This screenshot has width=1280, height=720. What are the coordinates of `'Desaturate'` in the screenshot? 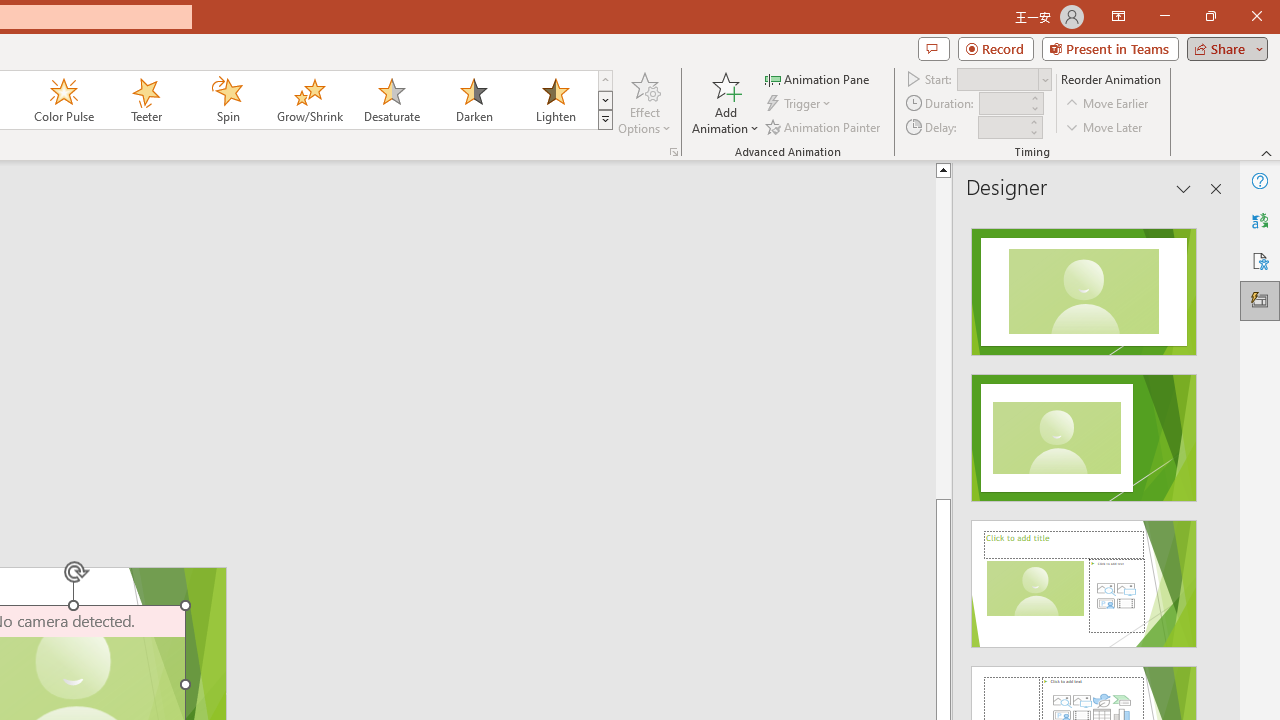 It's located at (391, 100).